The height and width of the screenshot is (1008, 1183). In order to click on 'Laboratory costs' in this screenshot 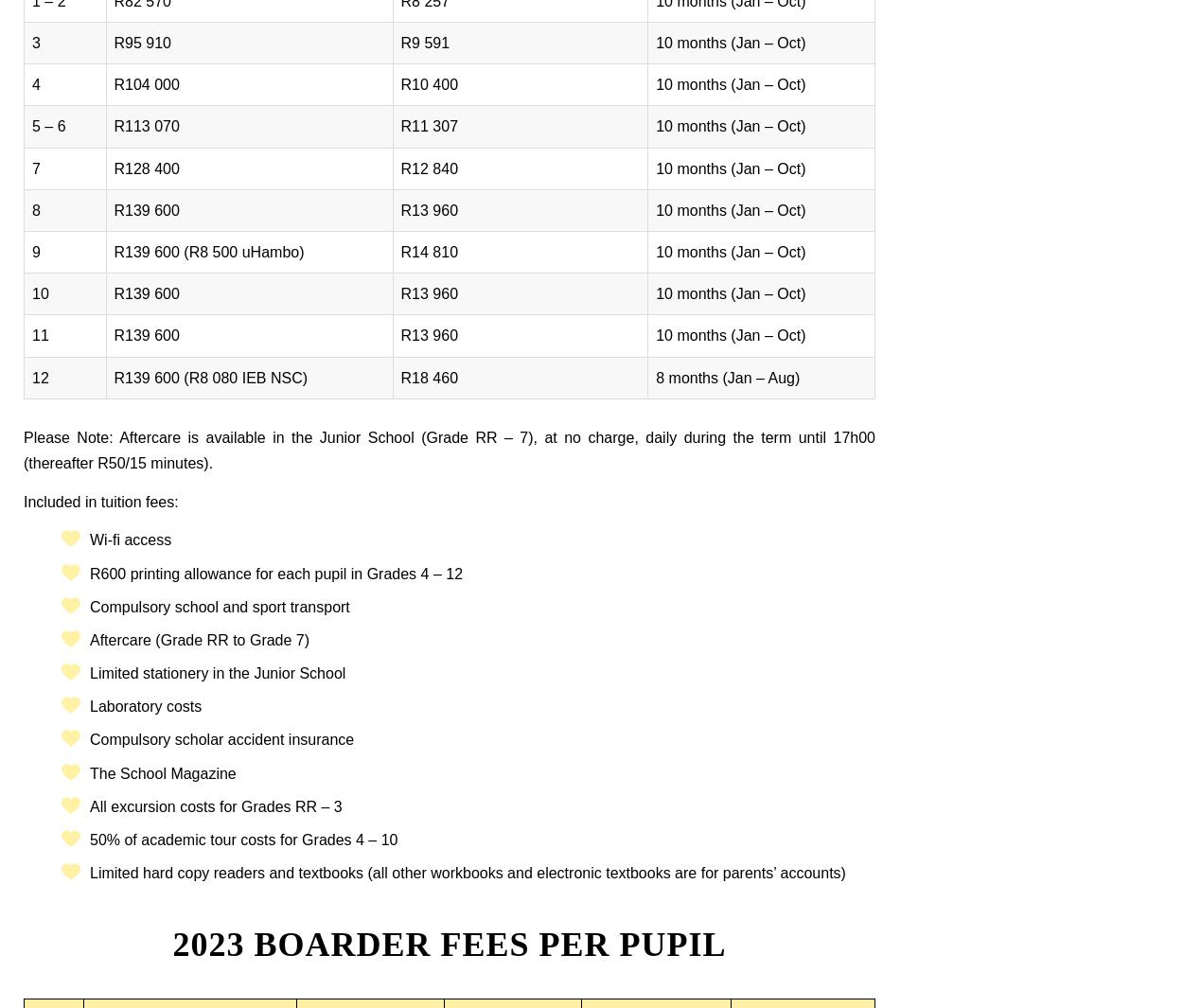, I will do `click(146, 706)`.